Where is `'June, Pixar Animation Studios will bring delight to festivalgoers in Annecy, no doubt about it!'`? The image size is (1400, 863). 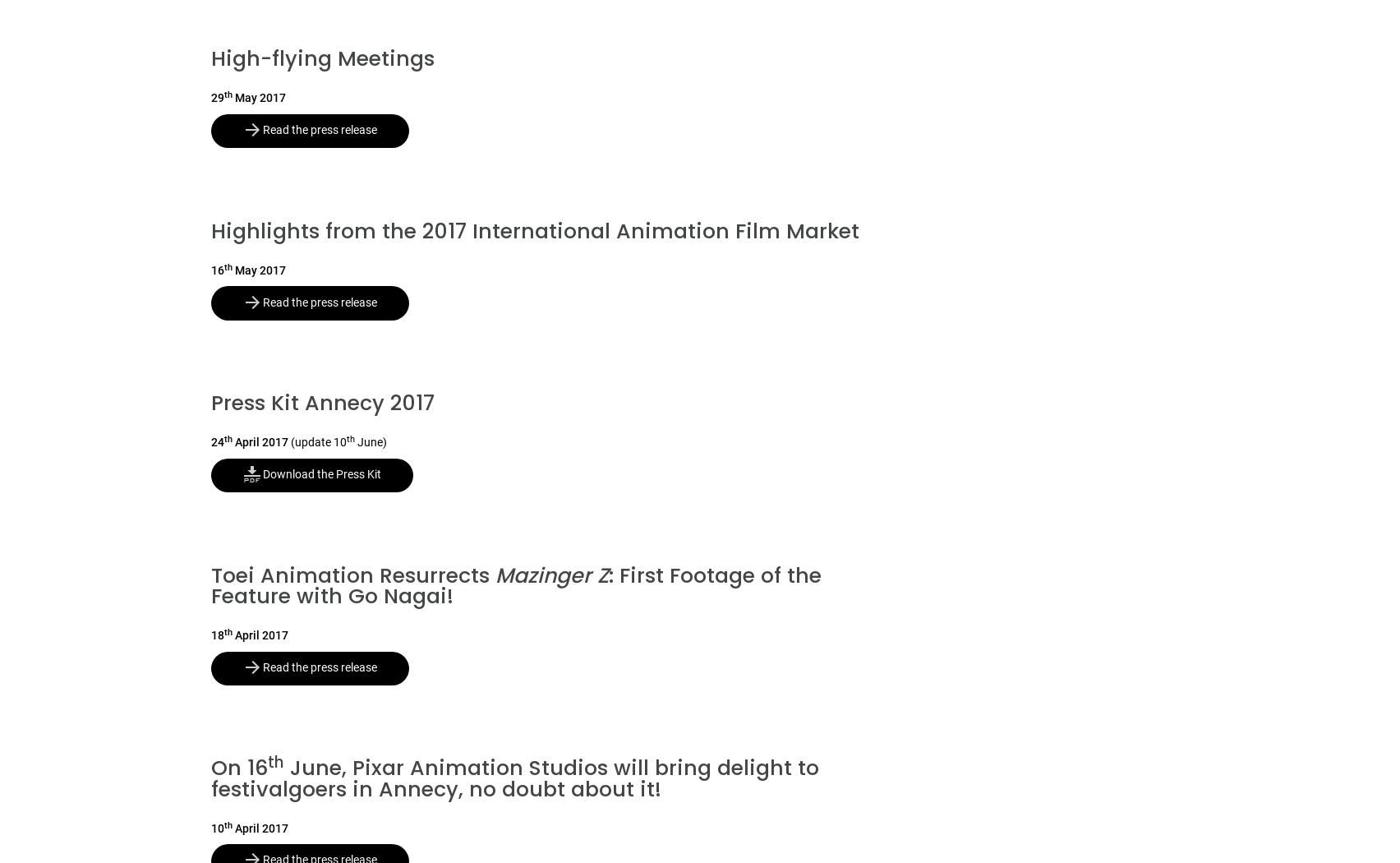
'June, Pixar Animation Studios will bring delight to festivalgoers in Annecy, no doubt about it!' is located at coordinates (515, 777).